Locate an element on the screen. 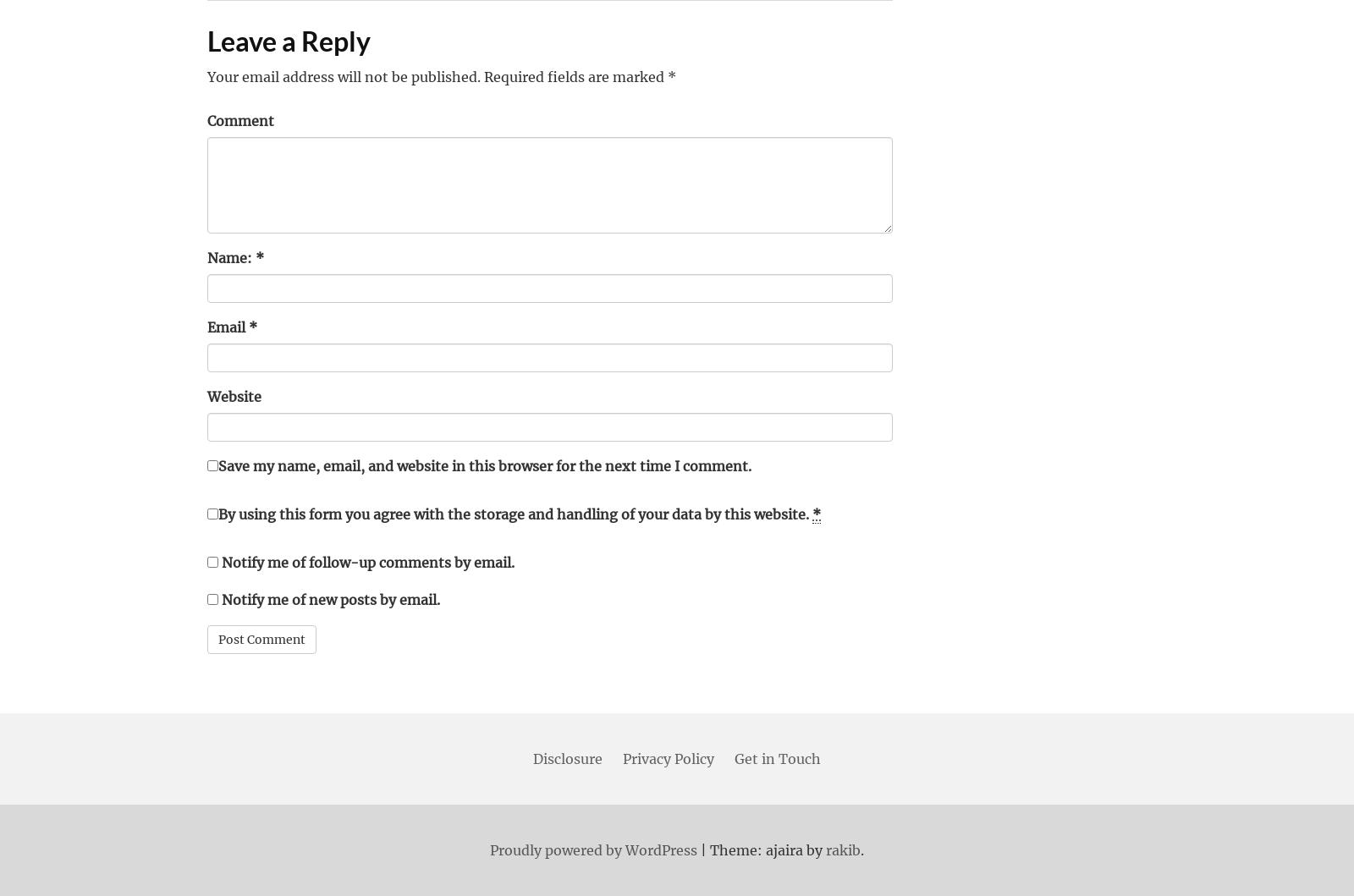 This screenshot has width=1354, height=896. 'Notify me of follow-up comments by email.' is located at coordinates (367, 561).